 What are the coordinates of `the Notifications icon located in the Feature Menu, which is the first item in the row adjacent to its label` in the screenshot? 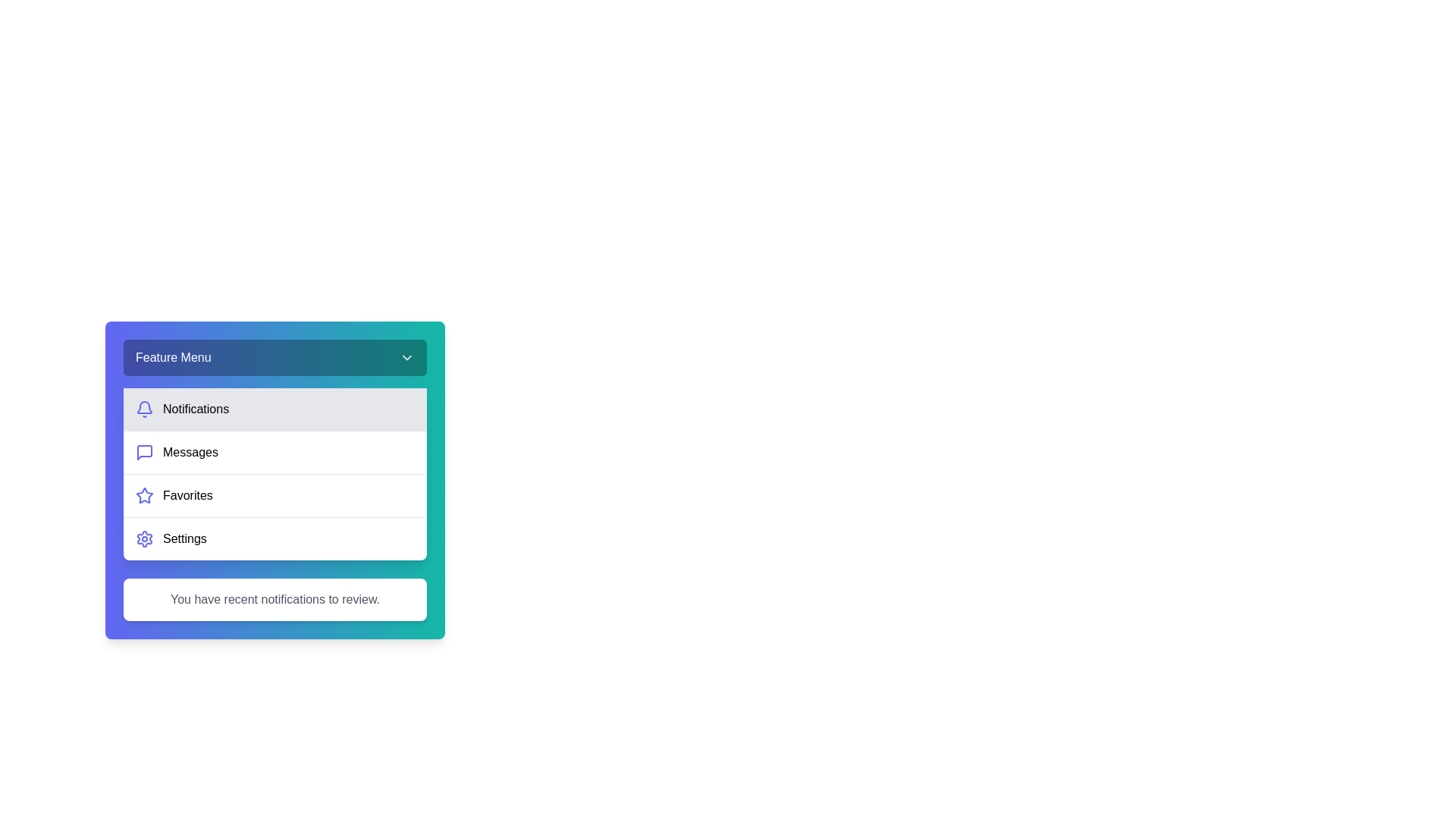 It's located at (145, 409).